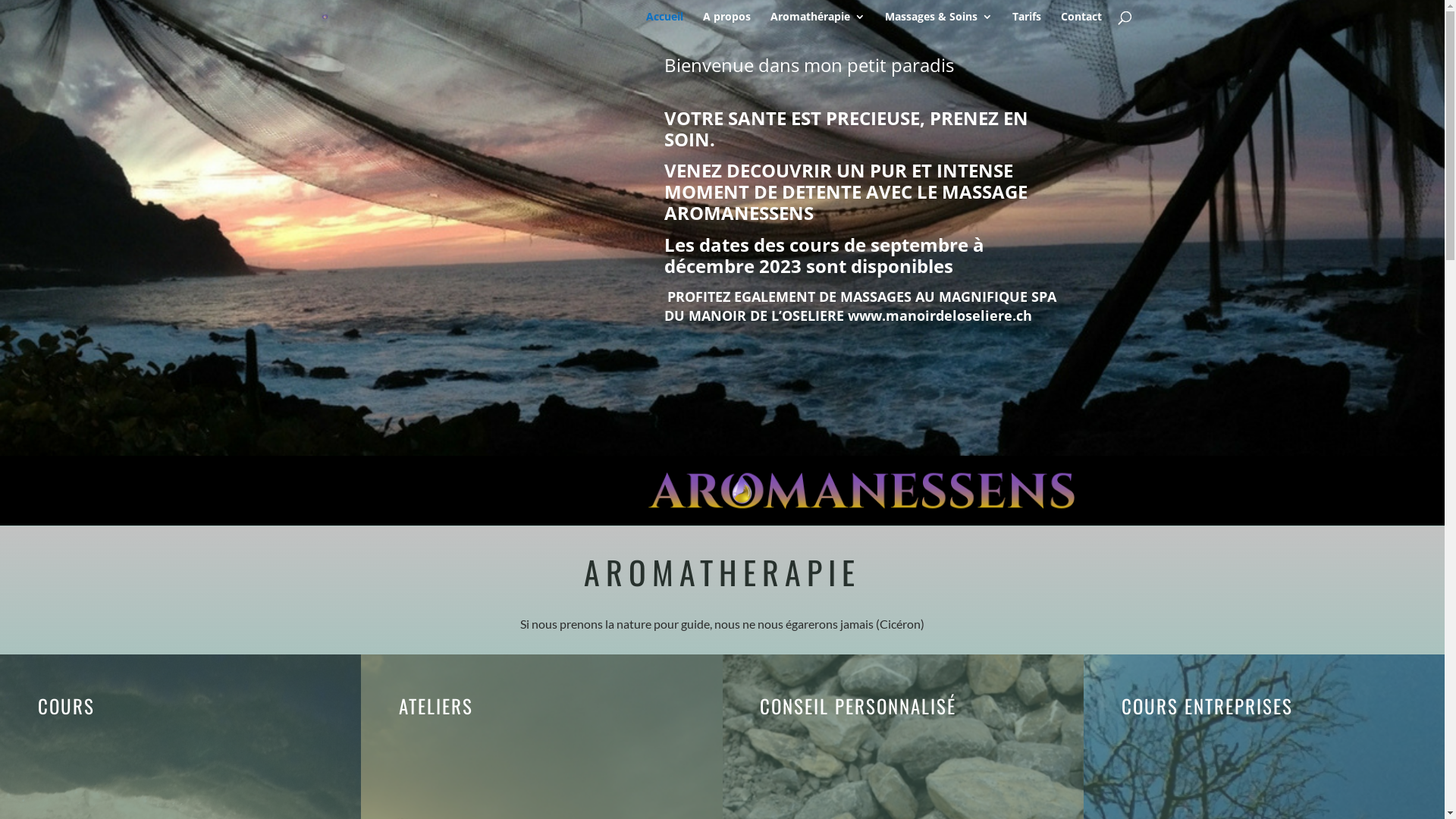  What do you see at coordinates (399, 705) in the screenshot?
I see `'ATELIERS'` at bounding box center [399, 705].